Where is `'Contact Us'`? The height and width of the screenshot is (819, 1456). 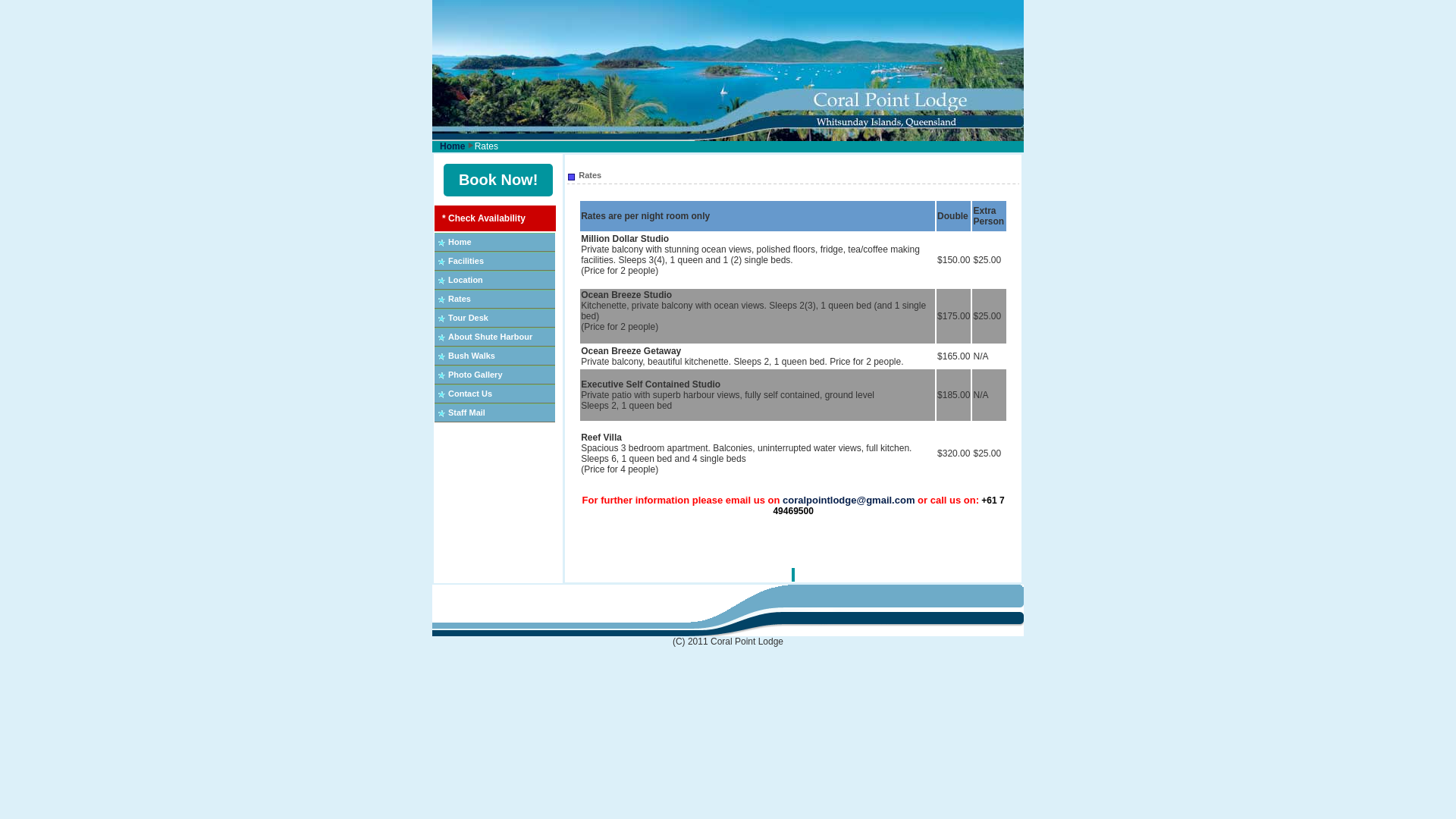
'Contact Us' is located at coordinates (447, 393).